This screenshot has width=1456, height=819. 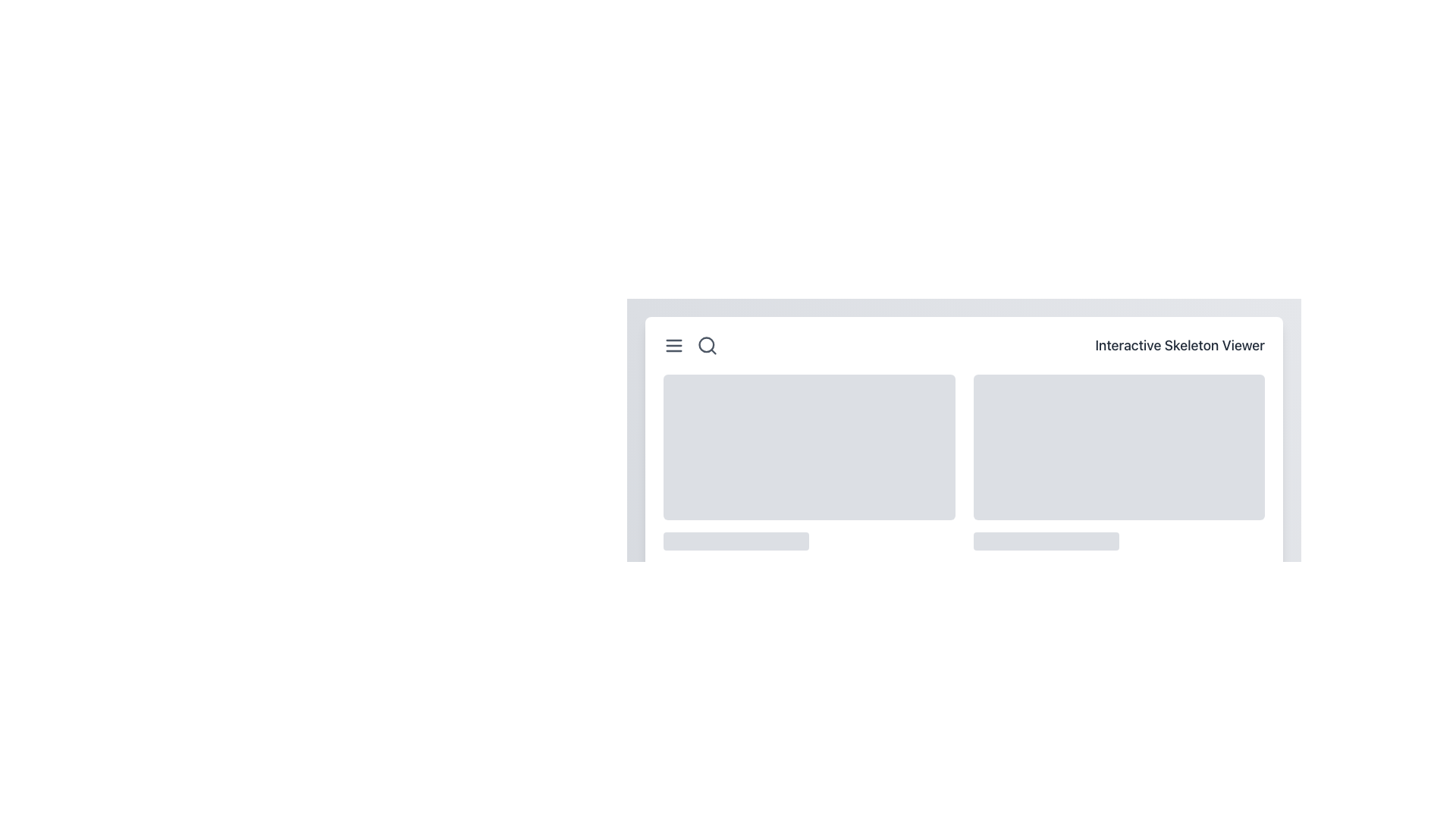 What do you see at coordinates (705, 344) in the screenshot?
I see `the inner circular part of the magnifying glass icon located near the top-left corner of the application interface, which is styled in a subdued grayish color and is part of the search function` at bounding box center [705, 344].